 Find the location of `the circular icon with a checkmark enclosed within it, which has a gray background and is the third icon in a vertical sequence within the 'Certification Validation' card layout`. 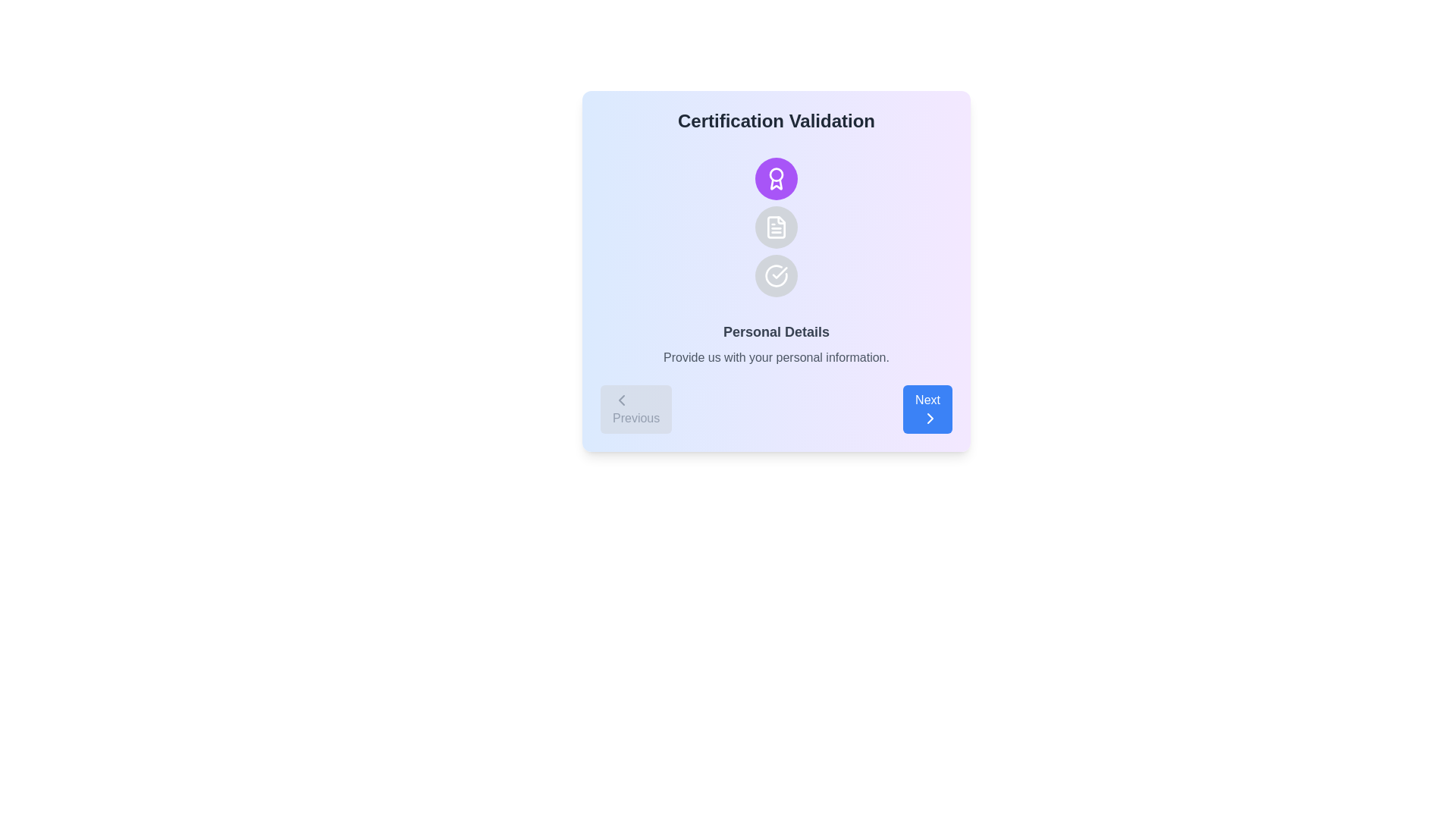

the circular icon with a checkmark enclosed within it, which has a gray background and is the third icon in a vertical sequence within the 'Certification Validation' card layout is located at coordinates (776, 275).